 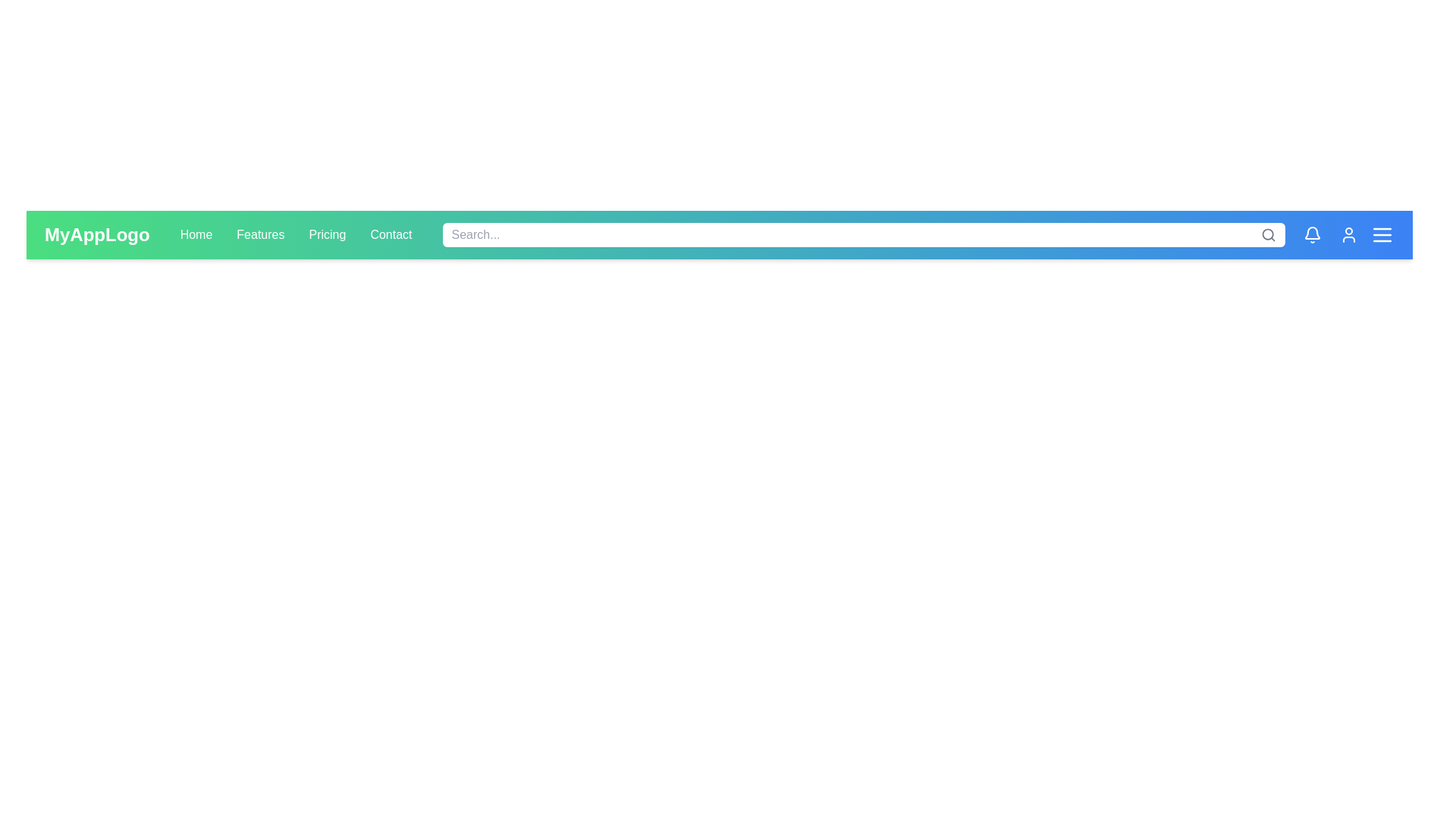 I want to click on text content of the 'MyAppLogo' label, which is displayed in bold white font on a green to blue gradient background at the far left of the navigation bar, so click(x=96, y=234).